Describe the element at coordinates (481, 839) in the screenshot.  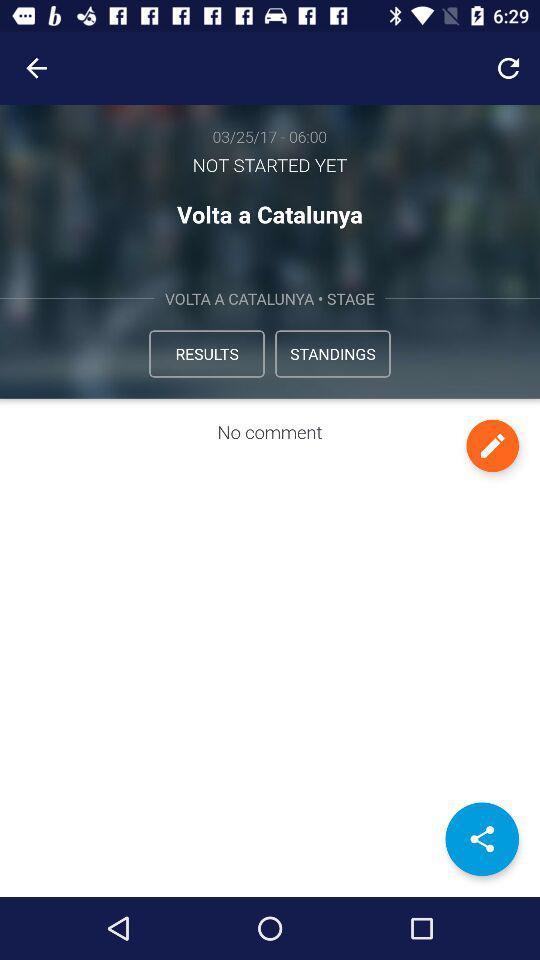
I see `the share icon` at that location.